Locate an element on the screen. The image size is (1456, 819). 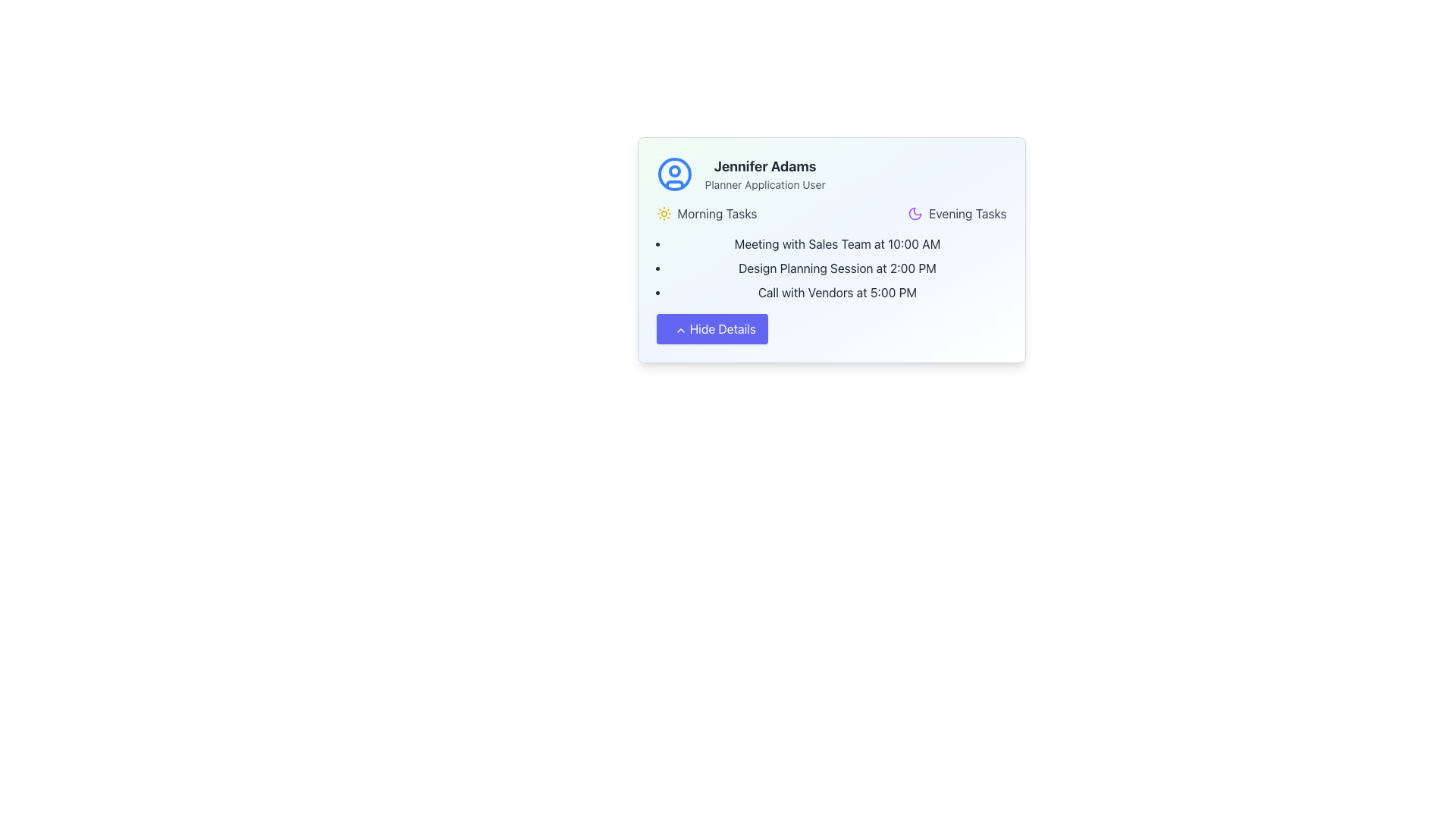
the 'Evening Tasks' label that visually separates and identifies evening-related tasks, located to the right of the 'Morning Tasks' label is located at coordinates (956, 213).